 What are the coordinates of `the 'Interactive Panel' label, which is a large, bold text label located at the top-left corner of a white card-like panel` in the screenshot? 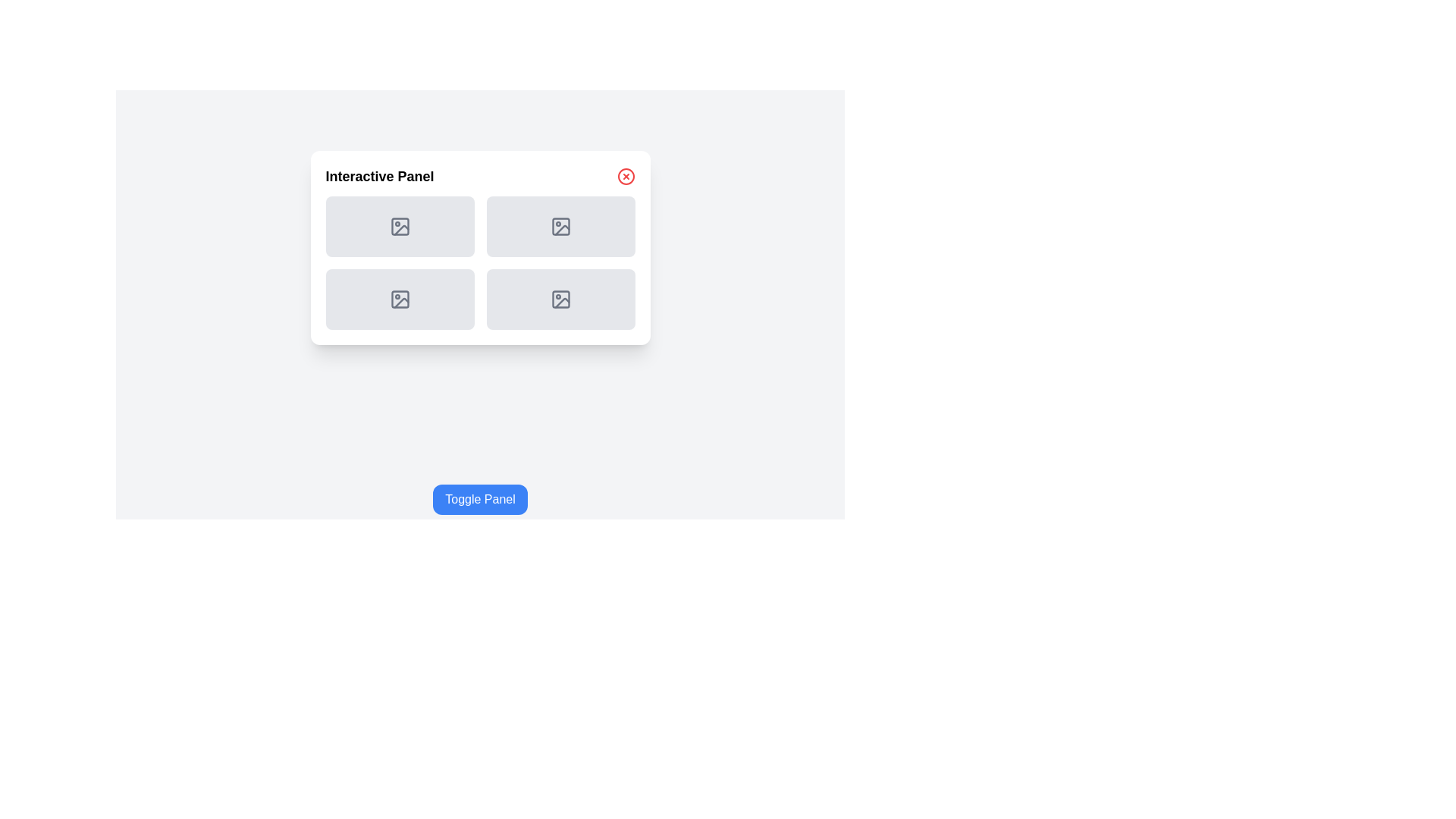 It's located at (380, 175).